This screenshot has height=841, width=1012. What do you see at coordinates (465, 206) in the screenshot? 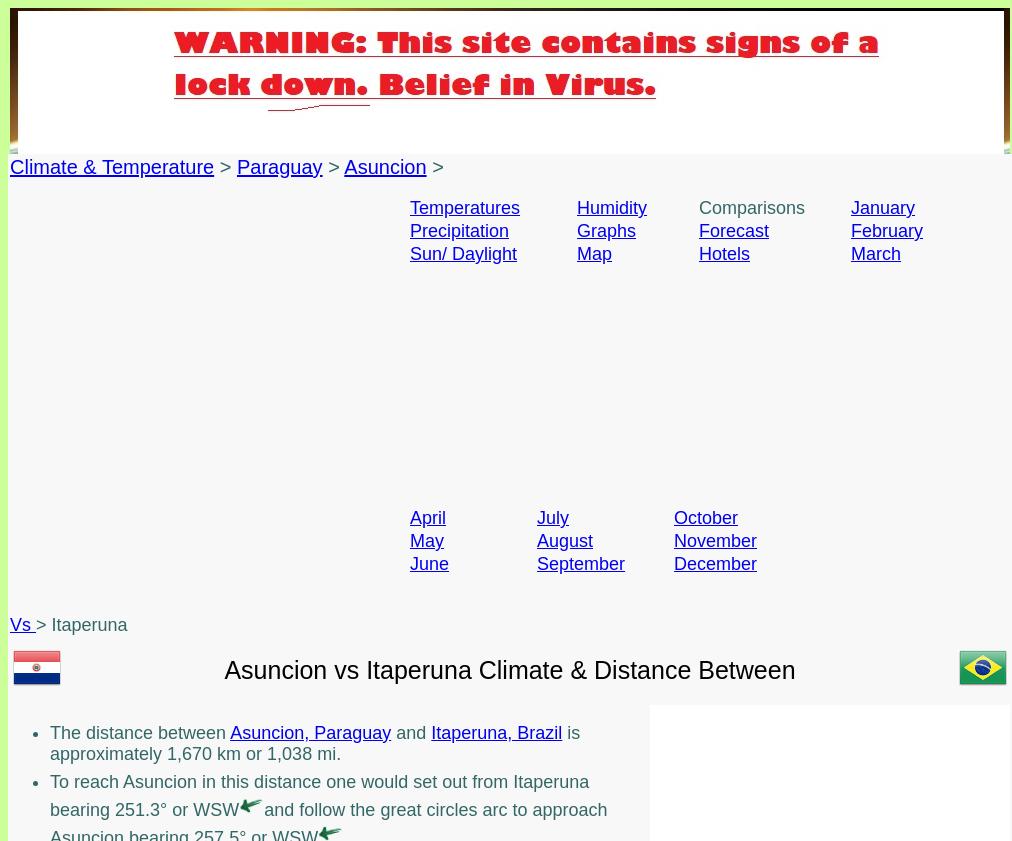
I see `'Temperatures'` at bounding box center [465, 206].